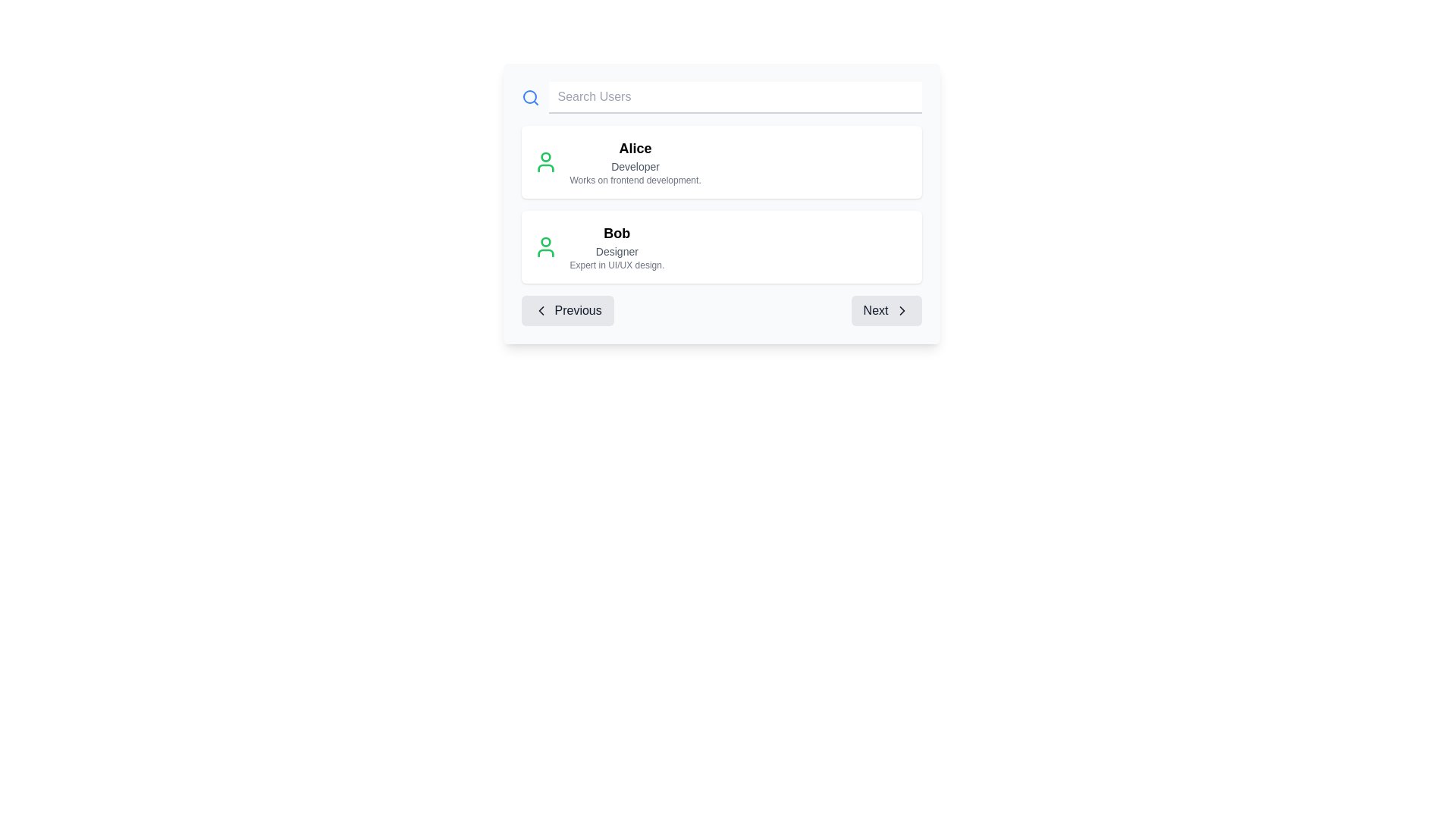  What do you see at coordinates (530, 97) in the screenshot?
I see `the design of the search icon located at the far left of the 'Search Users' input field` at bounding box center [530, 97].